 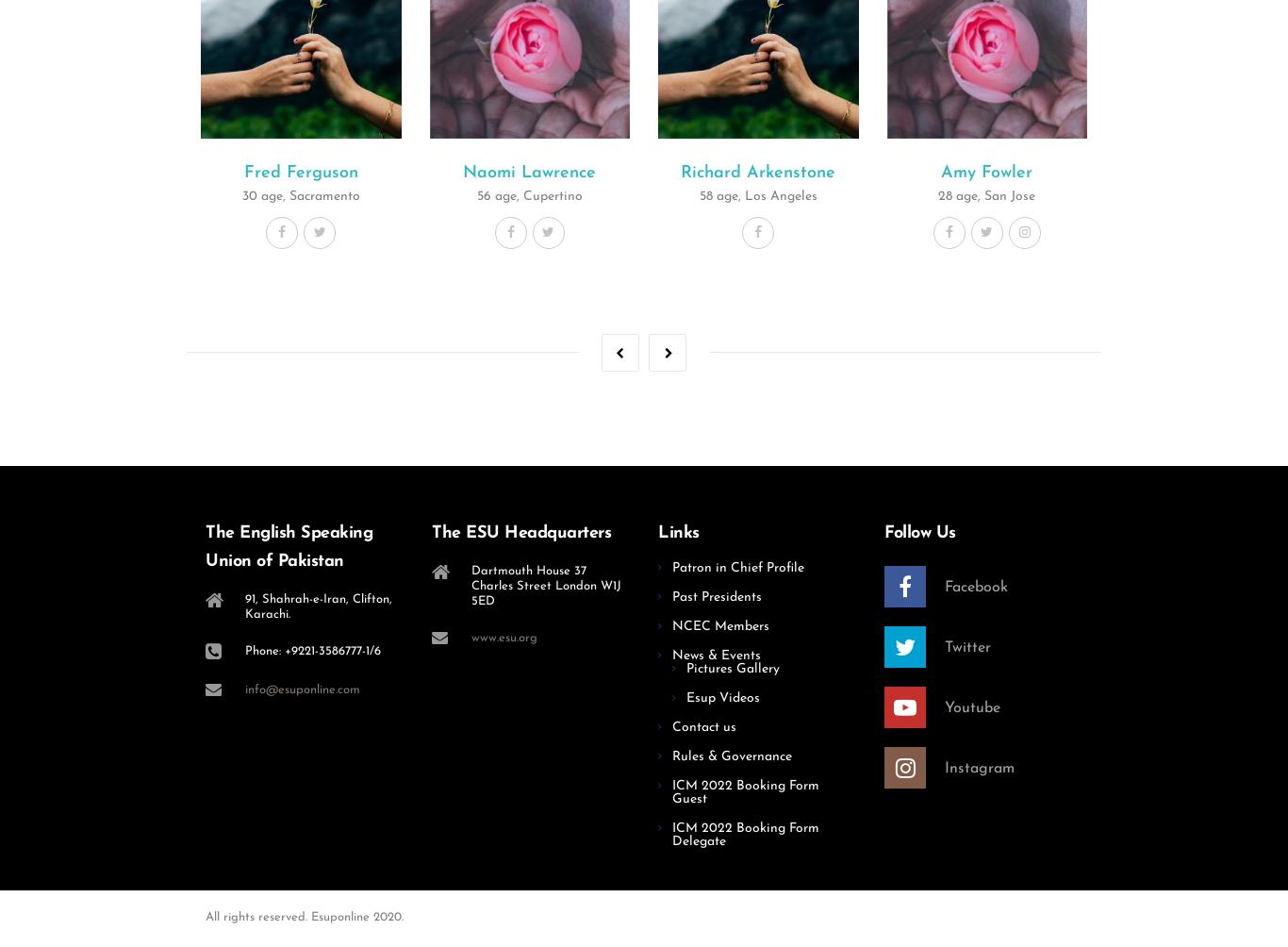 I want to click on '91, Shahrah-e-Iran, Clifton, Karachi.', so click(x=318, y=605).